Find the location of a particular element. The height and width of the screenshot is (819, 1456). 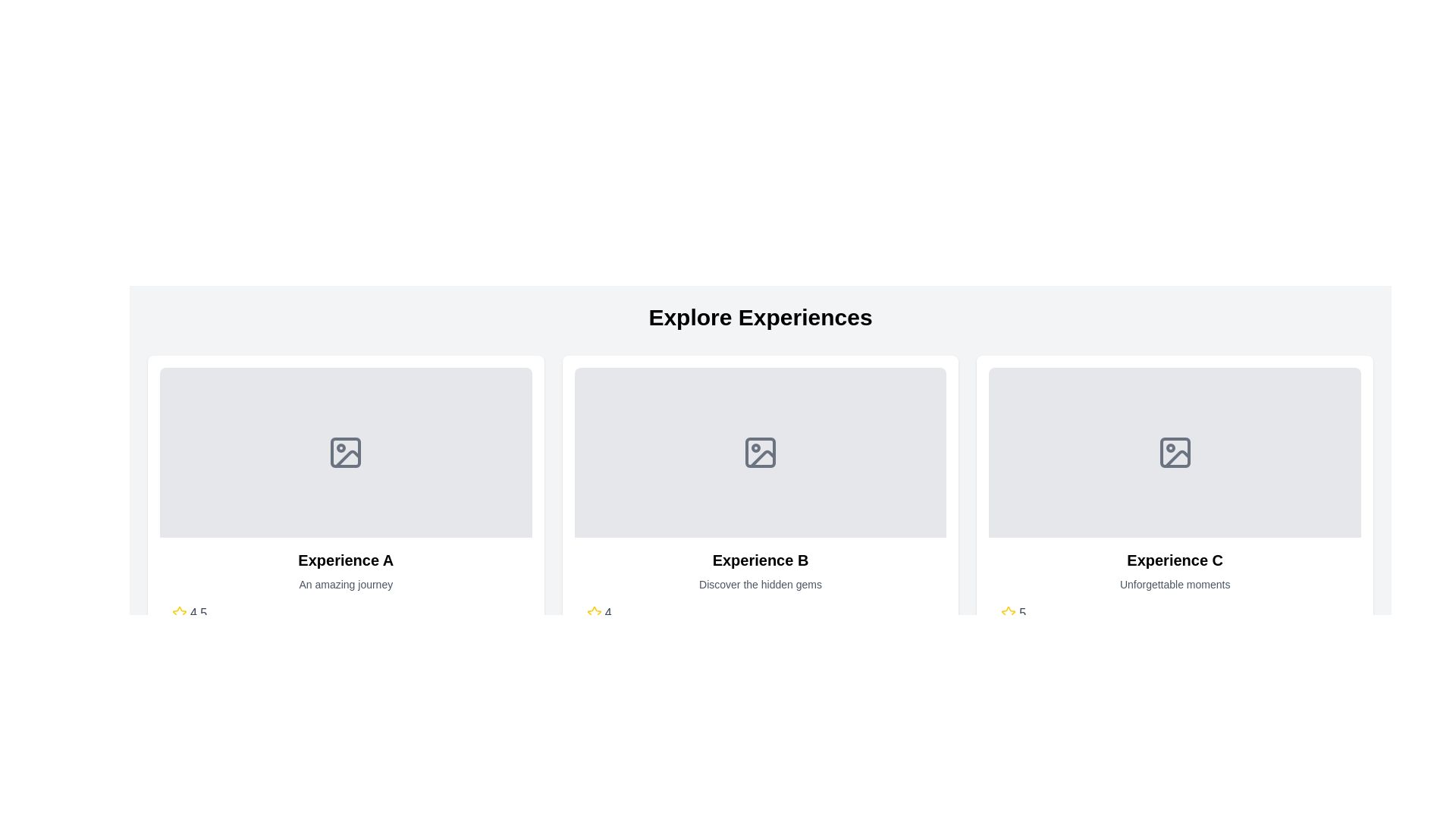

the Rating display element, which visually represents a five-star rating system with a score of '5', located at the bottom of the card titled 'Experience C' is located at coordinates (1174, 613).